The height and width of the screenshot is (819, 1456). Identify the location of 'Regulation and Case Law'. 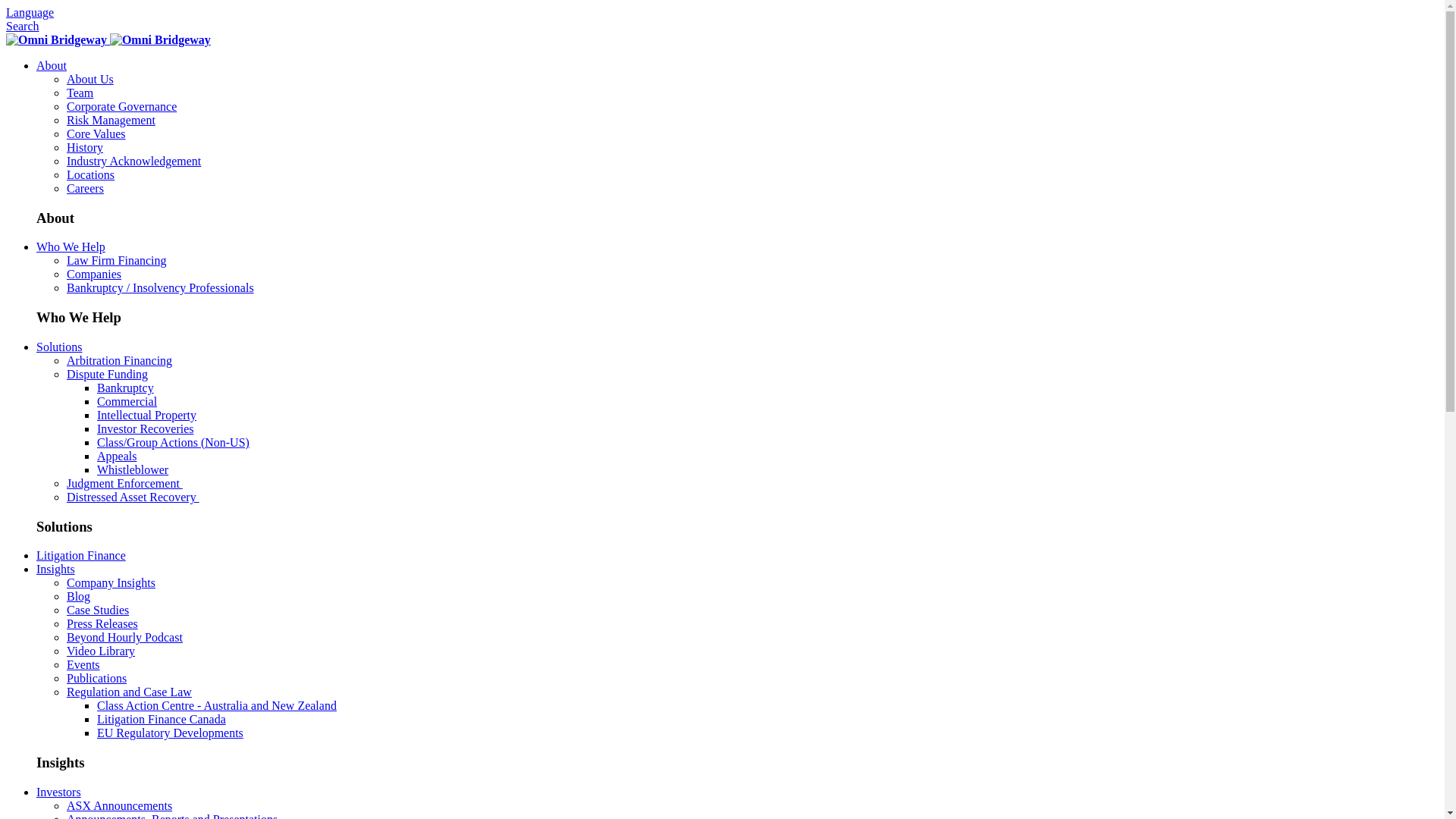
(65, 692).